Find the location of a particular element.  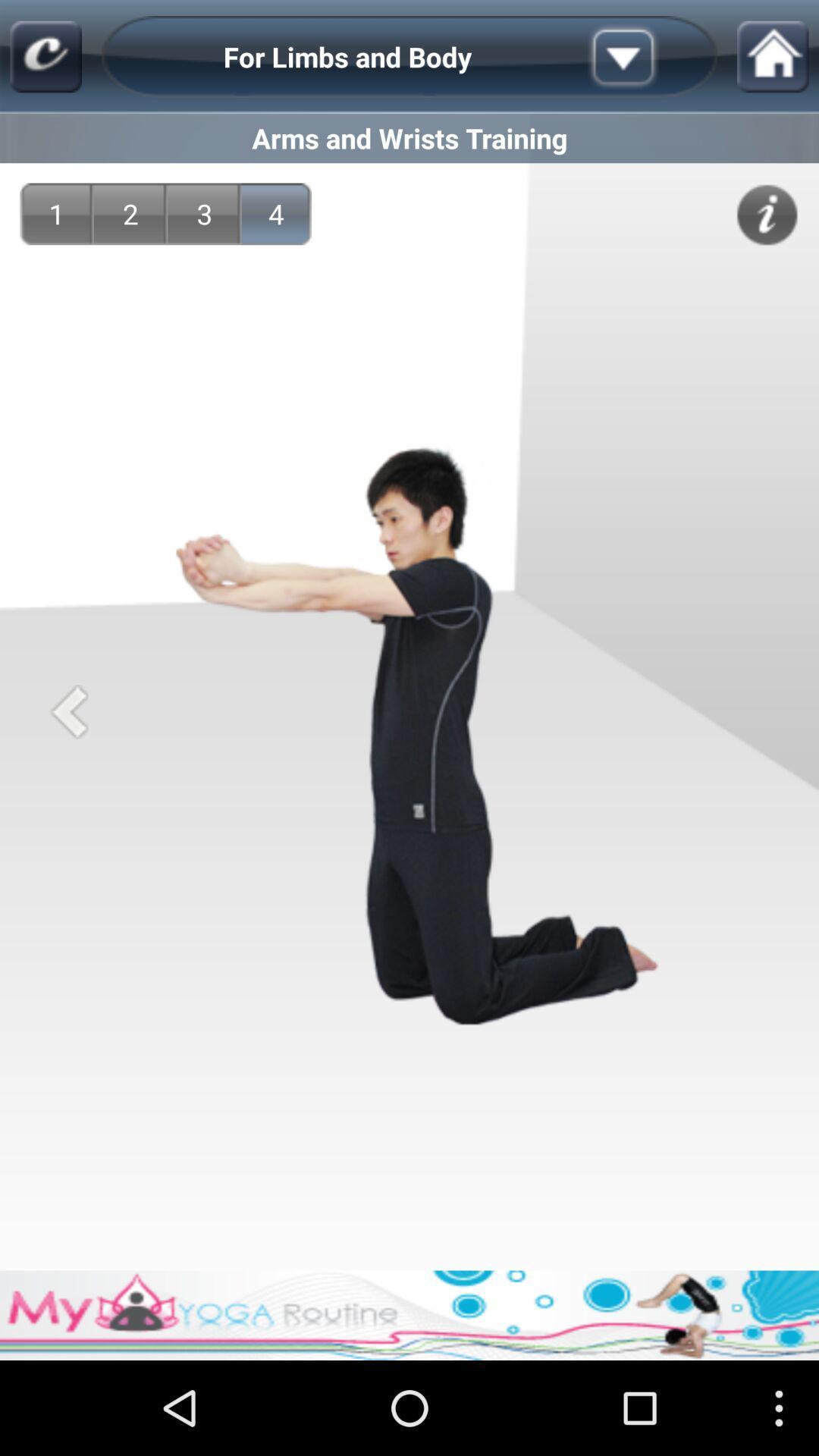

the app next to the for limbs and icon is located at coordinates (45, 57).